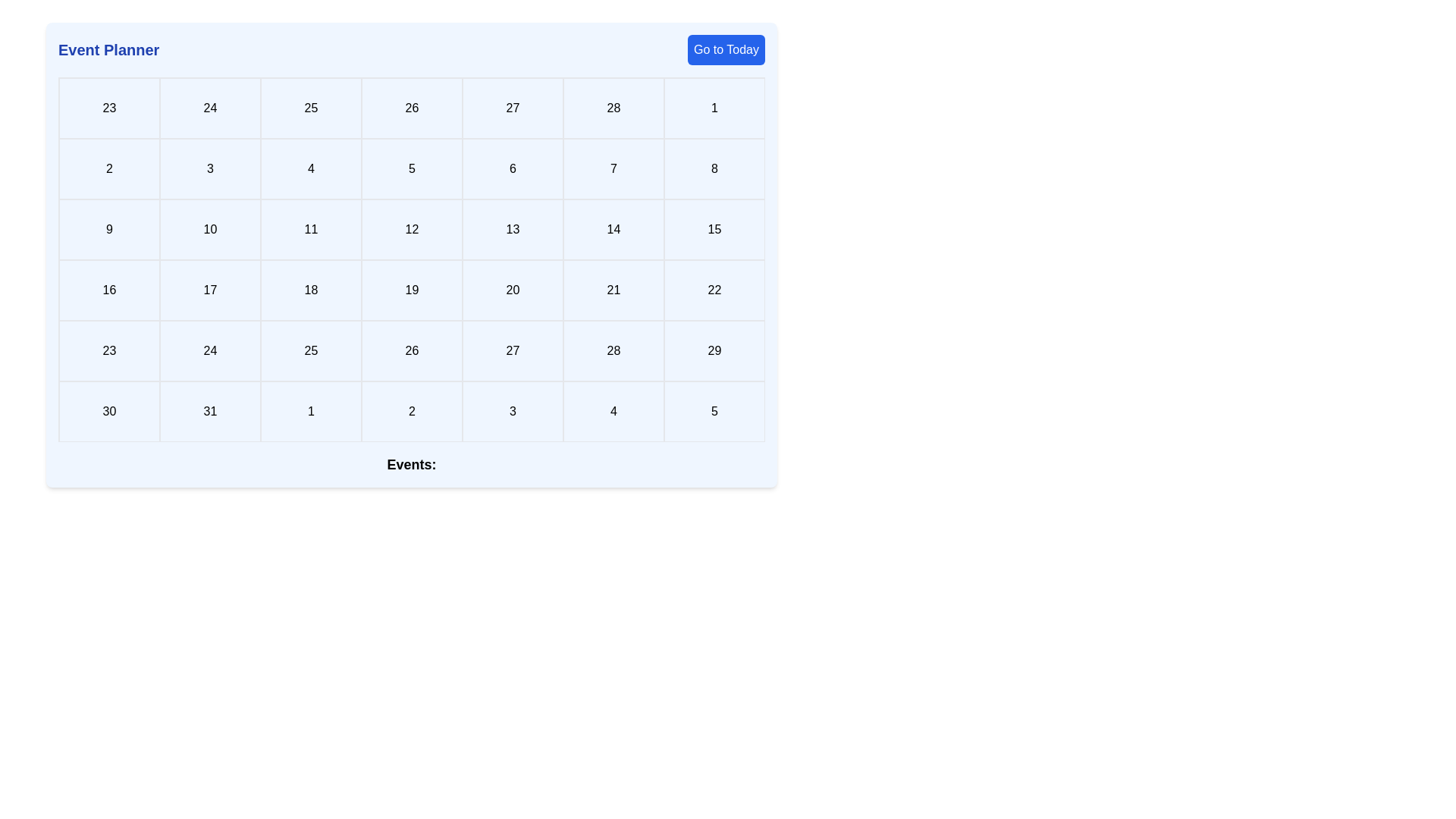  Describe the element at coordinates (412, 412) in the screenshot. I see `the selectable date button located in the fourth column of the last row in the calendar layout` at that location.